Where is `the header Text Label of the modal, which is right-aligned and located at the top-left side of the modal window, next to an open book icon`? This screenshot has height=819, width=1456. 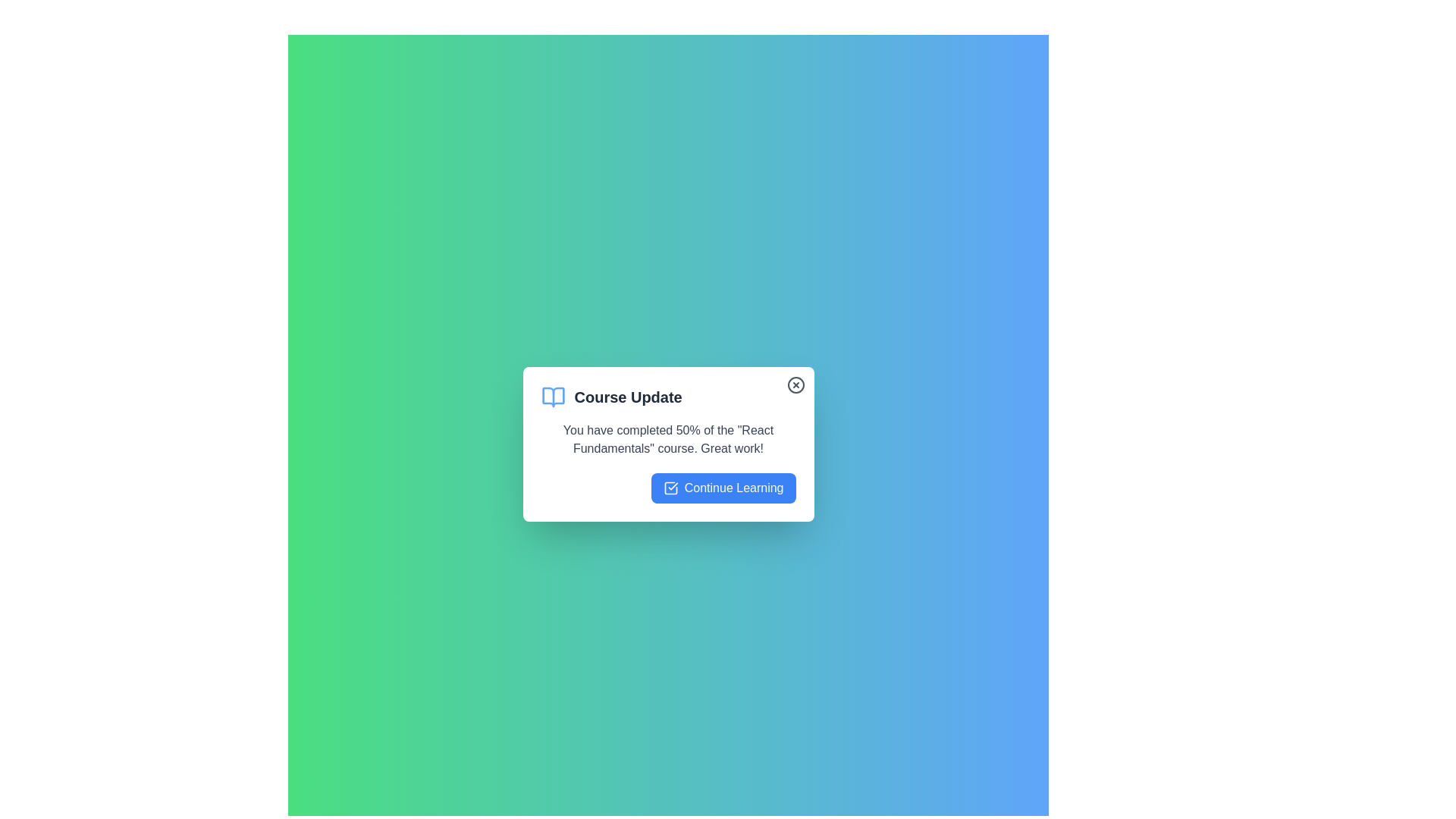
the header Text Label of the modal, which is right-aligned and located at the top-left side of the modal window, next to an open book icon is located at coordinates (628, 397).